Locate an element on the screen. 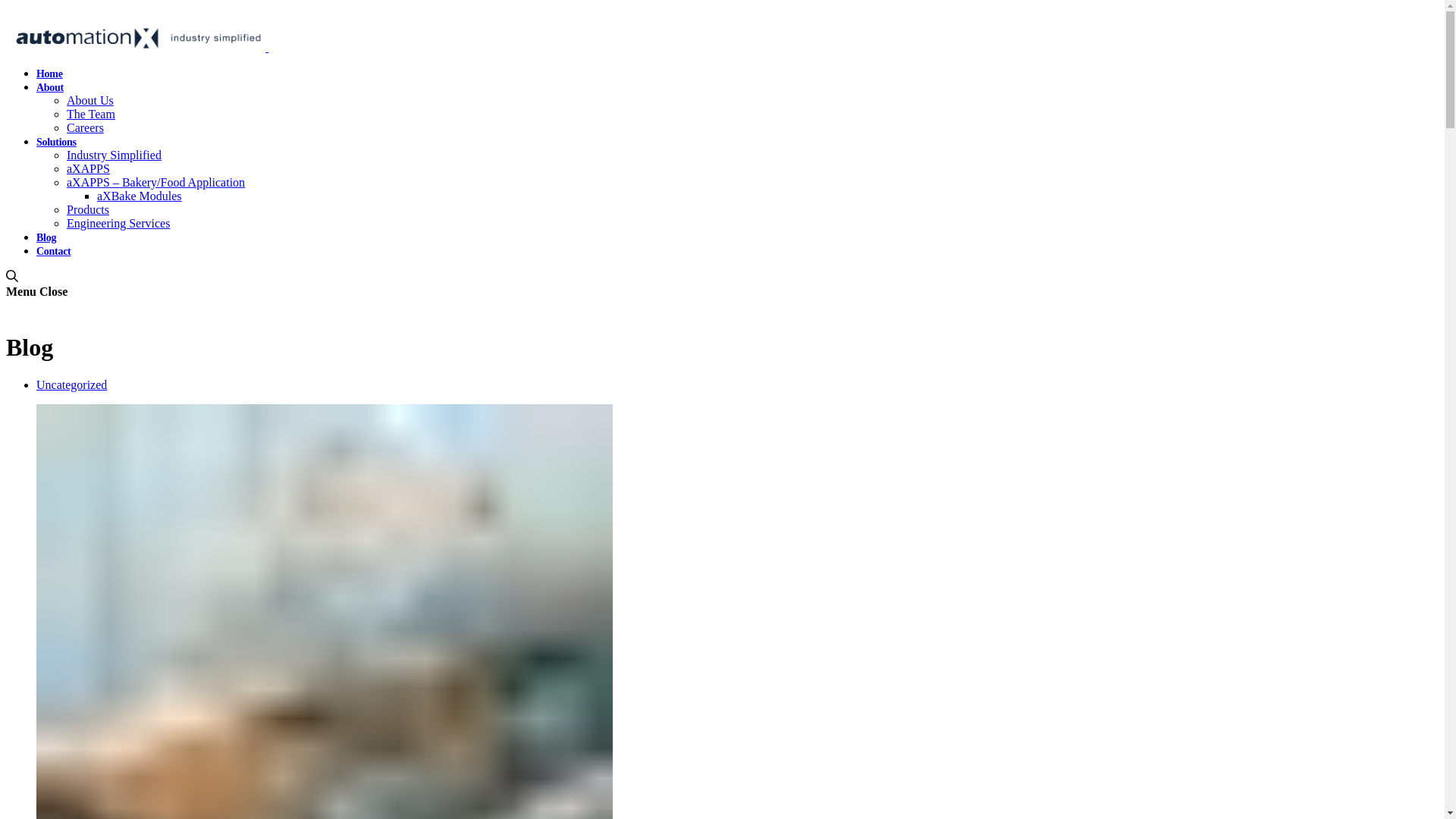 This screenshot has height=819, width=1456. 'Industry Simplified' is located at coordinates (113, 155).